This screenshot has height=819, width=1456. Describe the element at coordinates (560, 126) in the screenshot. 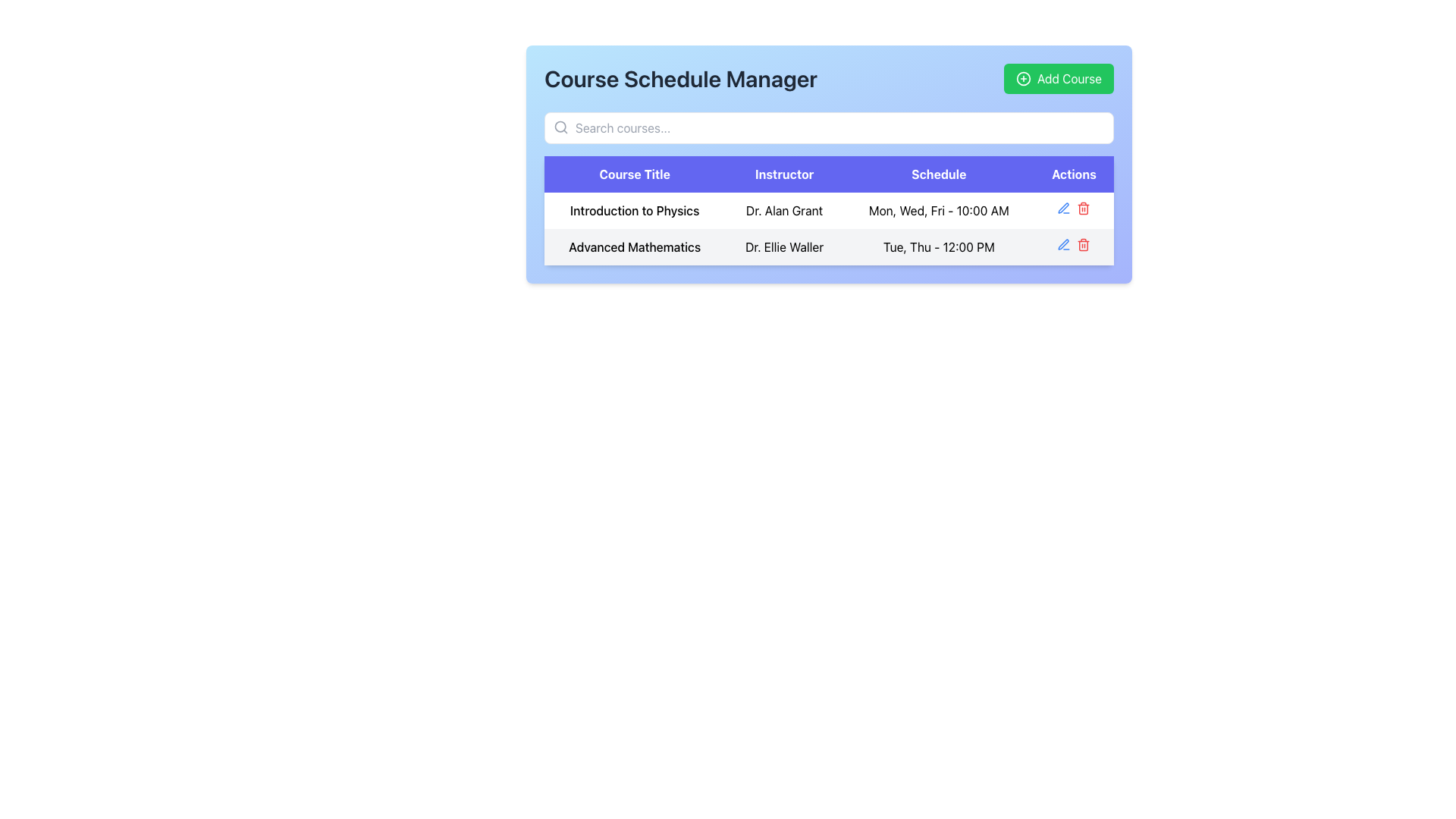

I see `the decorative SVG circle within the magnifying glass shape of the search icon located on the left side of the search bar at the top of the interface` at that location.